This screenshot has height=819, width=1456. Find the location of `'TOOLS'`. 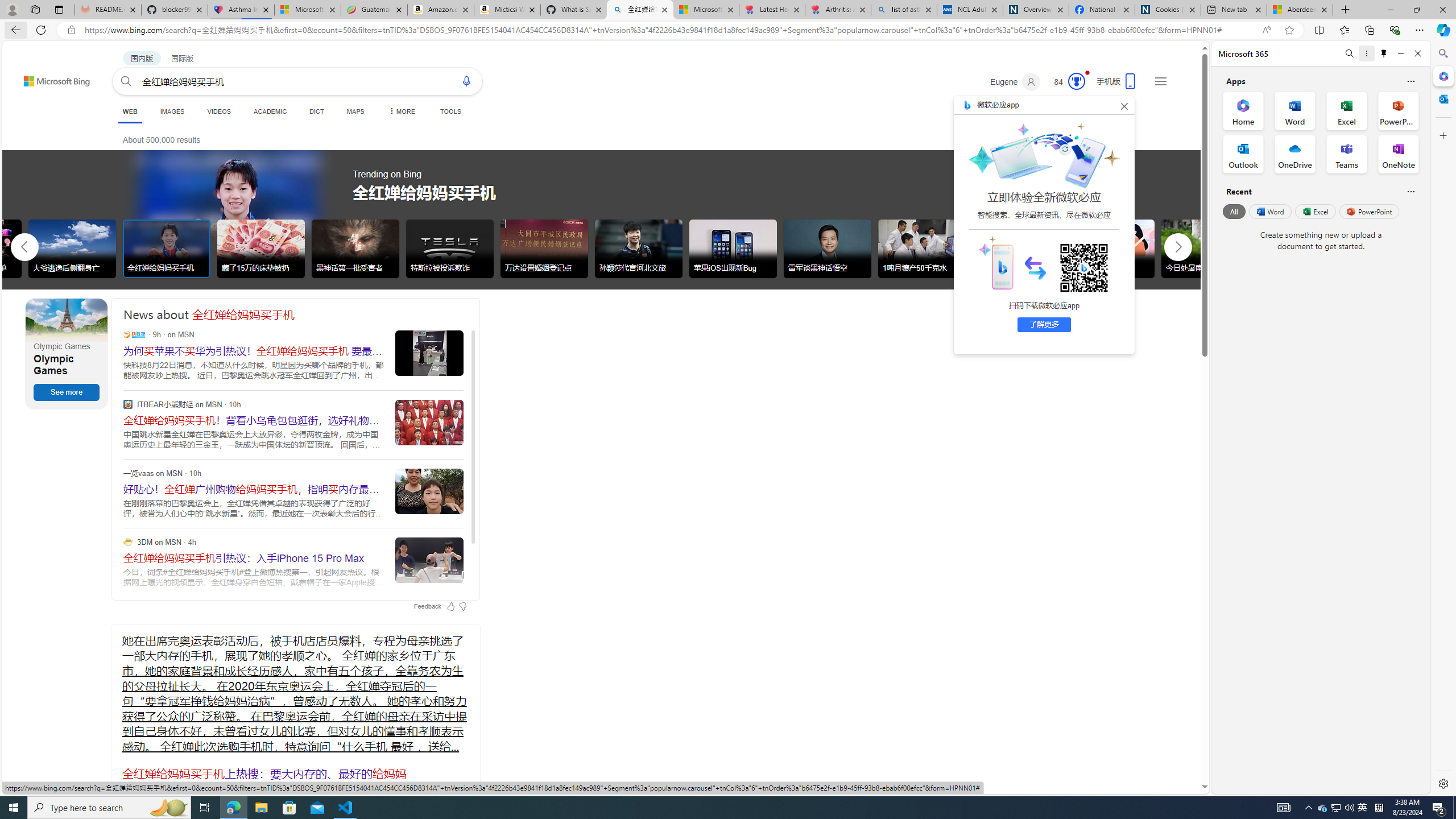

'TOOLS' is located at coordinates (450, 111).